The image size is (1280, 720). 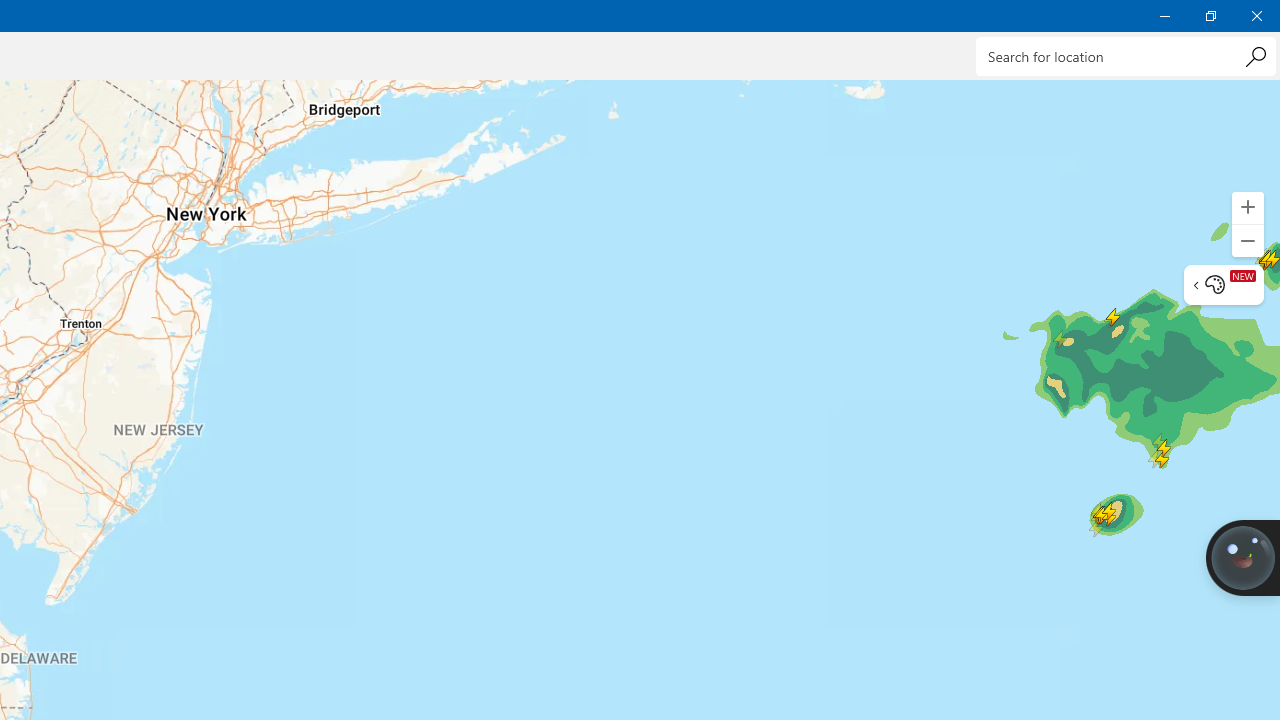 What do you see at coordinates (1125, 55) in the screenshot?
I see `'Search for location'` at bounding box center [1125, 55].